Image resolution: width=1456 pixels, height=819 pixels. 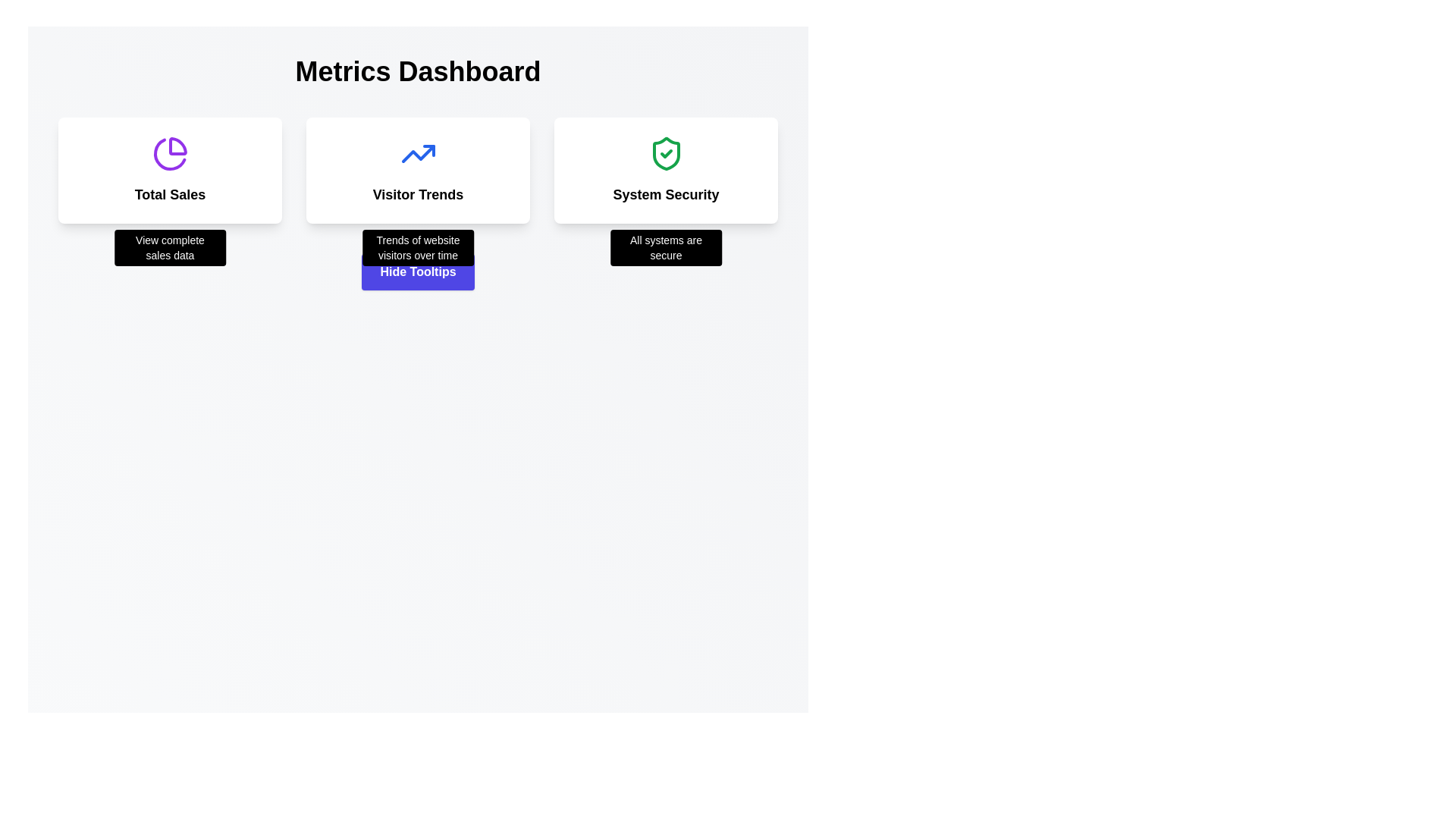 What do you see at coordinates (418, 72) in the screenshot?
I see `Text Header that conveys the title of the page or section, located at the top of the interface` at bounding box center [418, 72].